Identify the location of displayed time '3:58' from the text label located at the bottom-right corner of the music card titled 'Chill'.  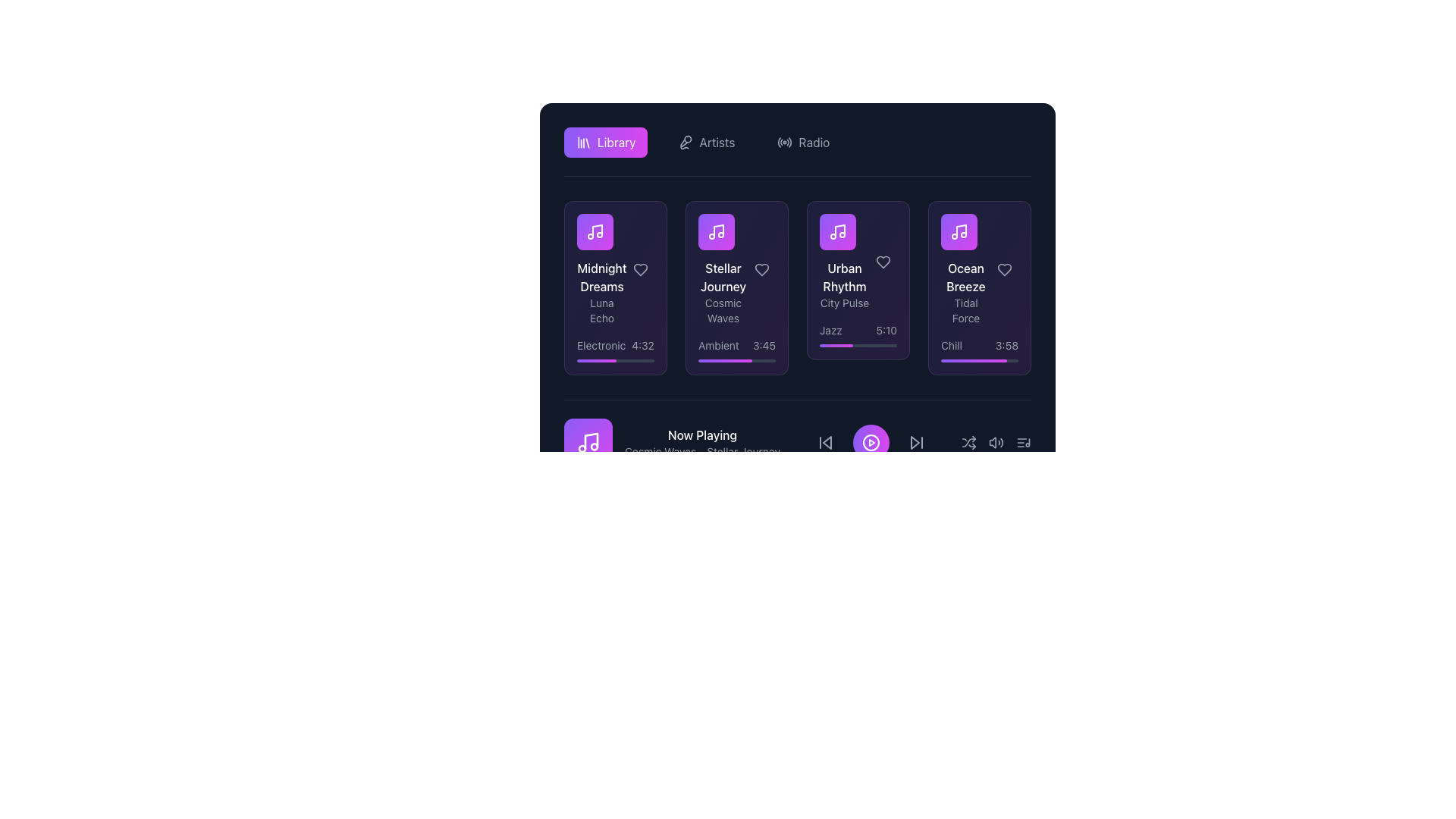
(1006, 345).